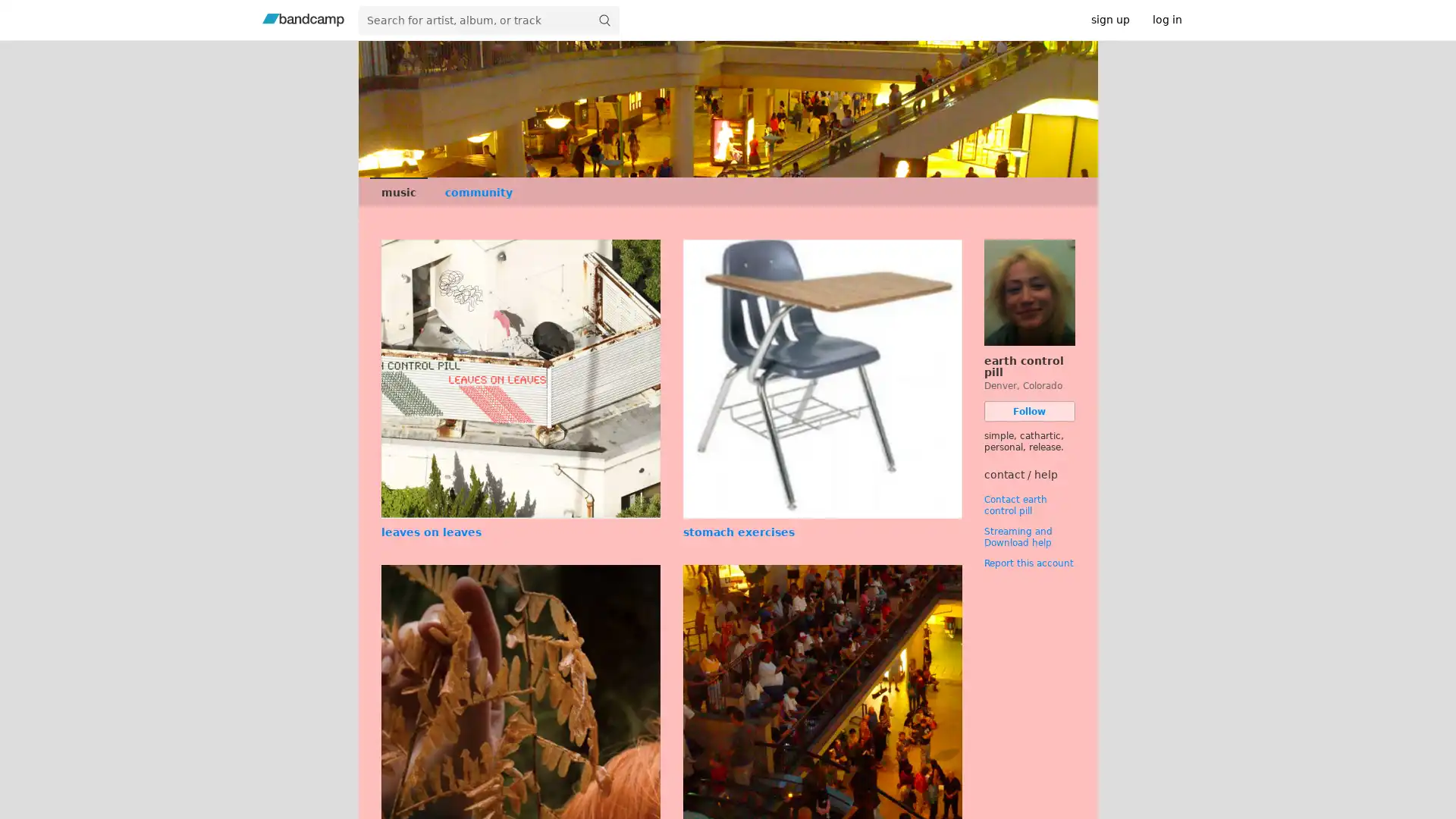 The image size is (1456, 819). I want to click on submit for full search page, so click(603, 20).